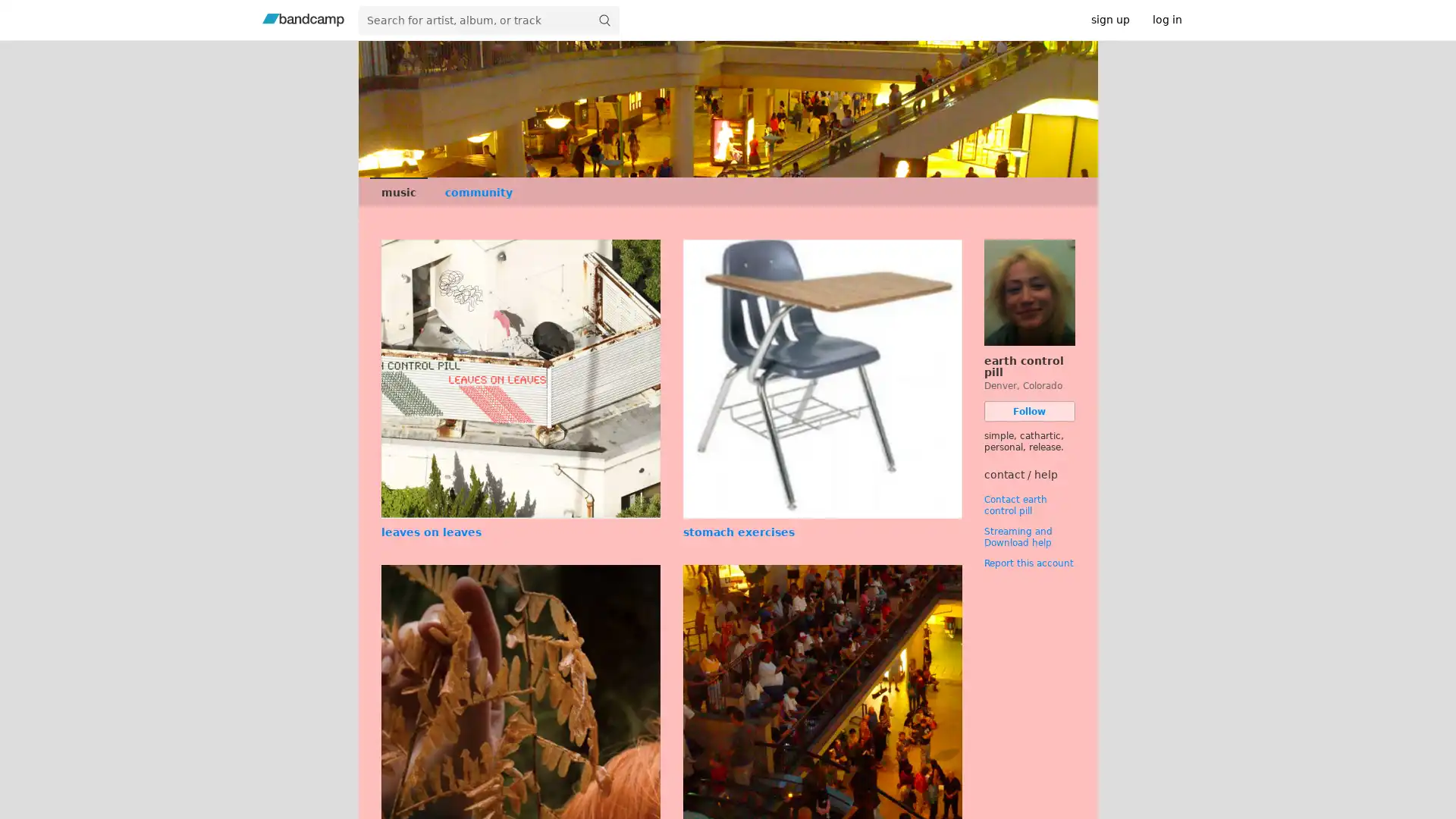 The image size is (1456, 819). I want to click on submit for full search page, so click(603, 20).